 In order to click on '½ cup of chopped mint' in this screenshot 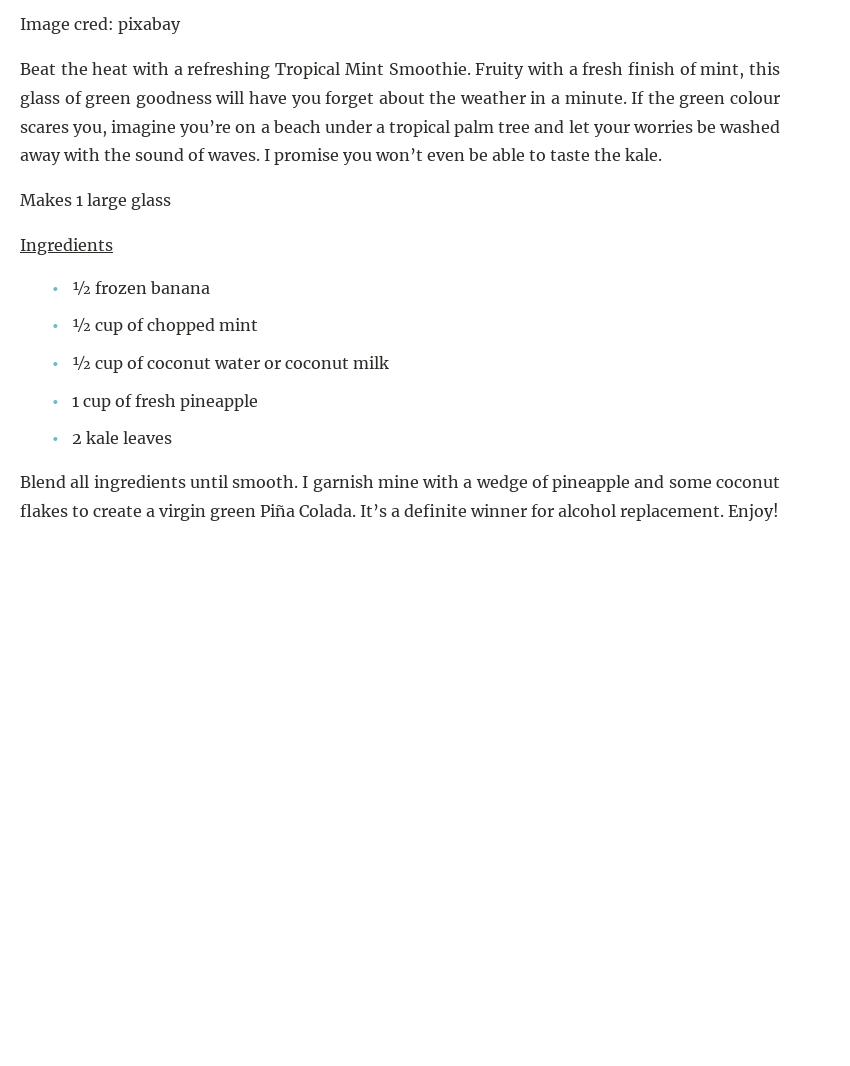, I will do `click(164, 325)`.